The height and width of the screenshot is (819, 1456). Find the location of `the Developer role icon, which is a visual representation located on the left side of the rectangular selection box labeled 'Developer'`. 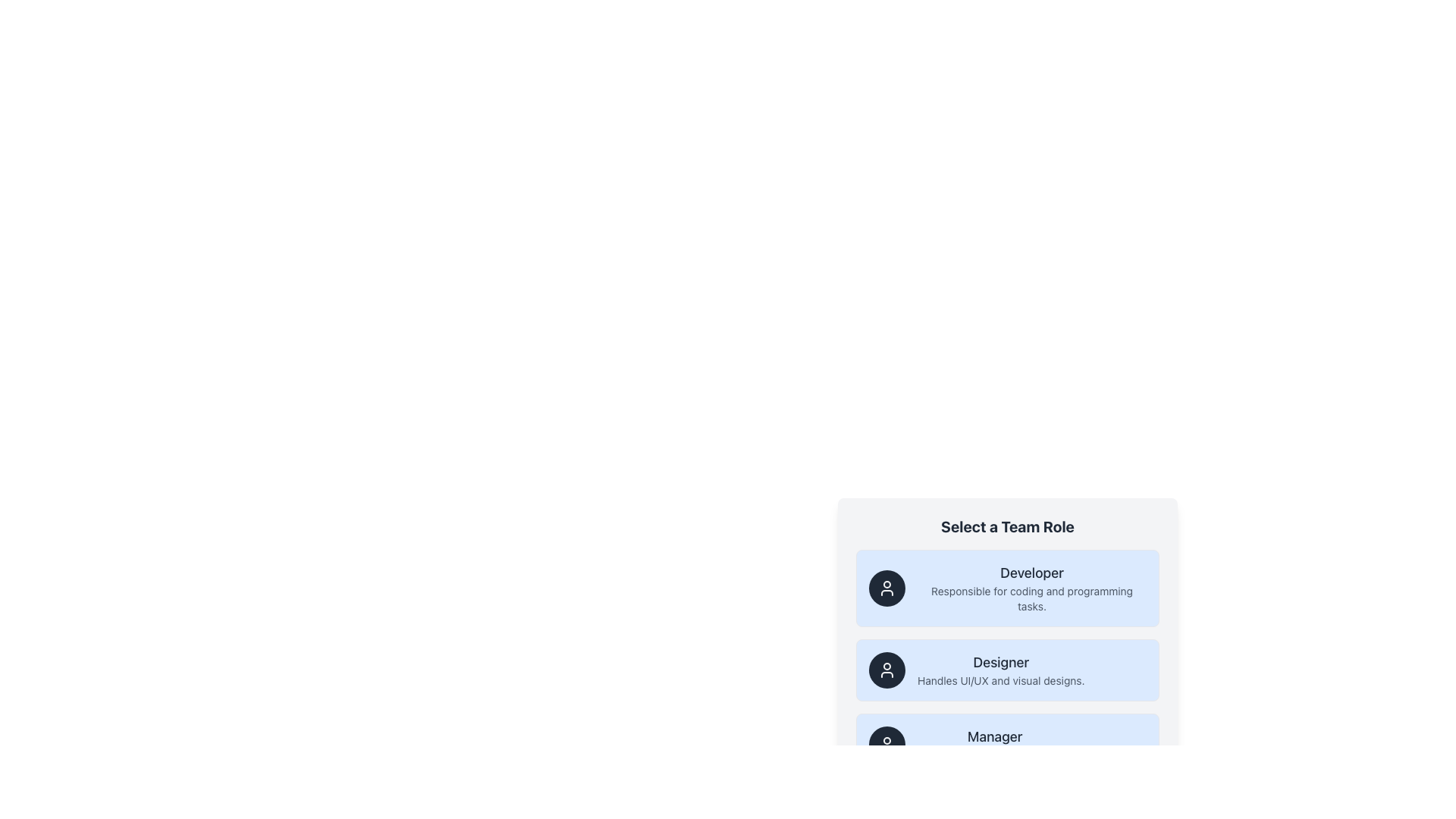

the Developer role icon, which is a visual representation located on the left side of the rectangular selection box labeled 'Developer' is located at coordinates (887, 587).